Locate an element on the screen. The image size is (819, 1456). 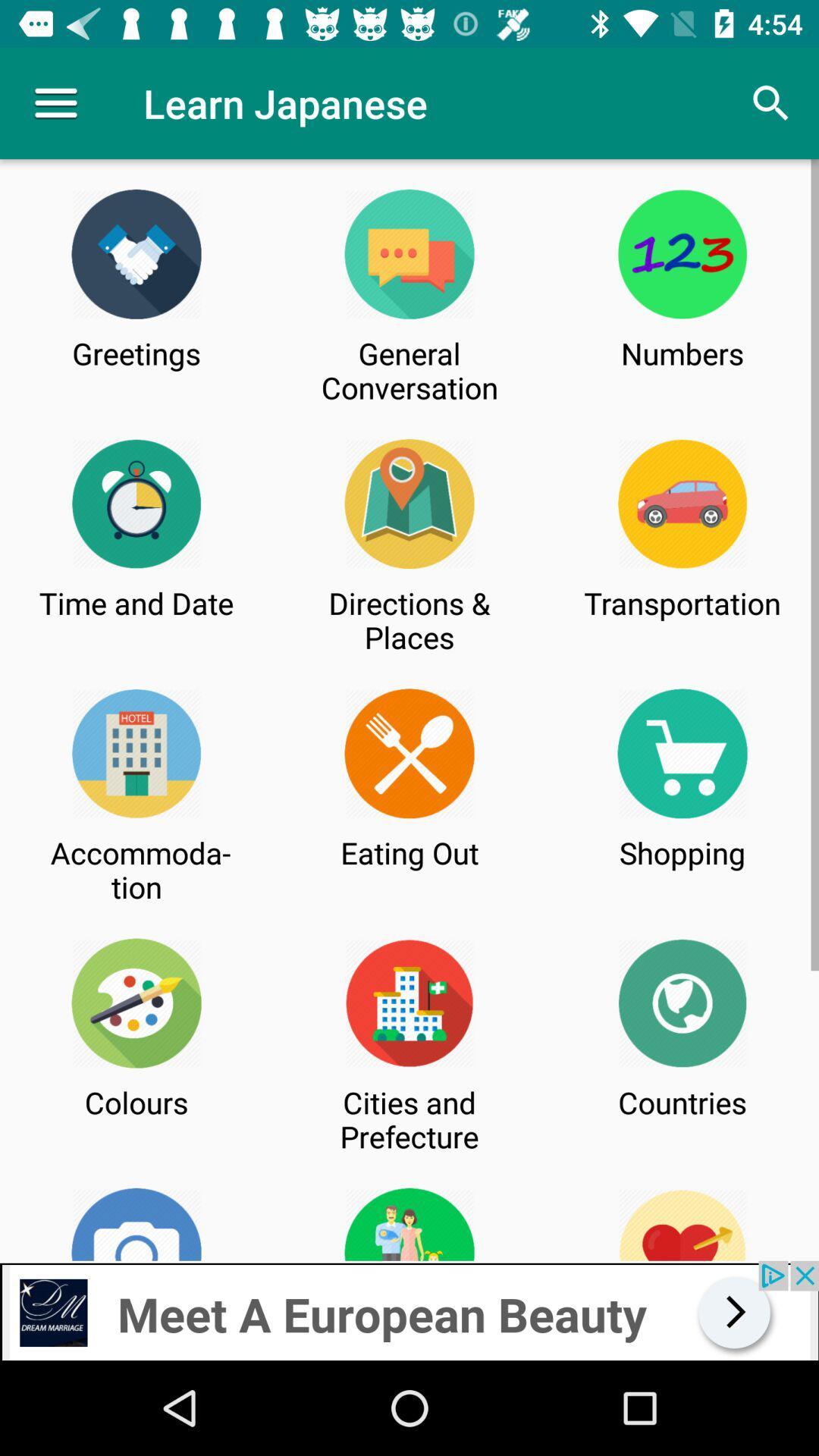
the heart icon is located at coordinates (682, 1224).